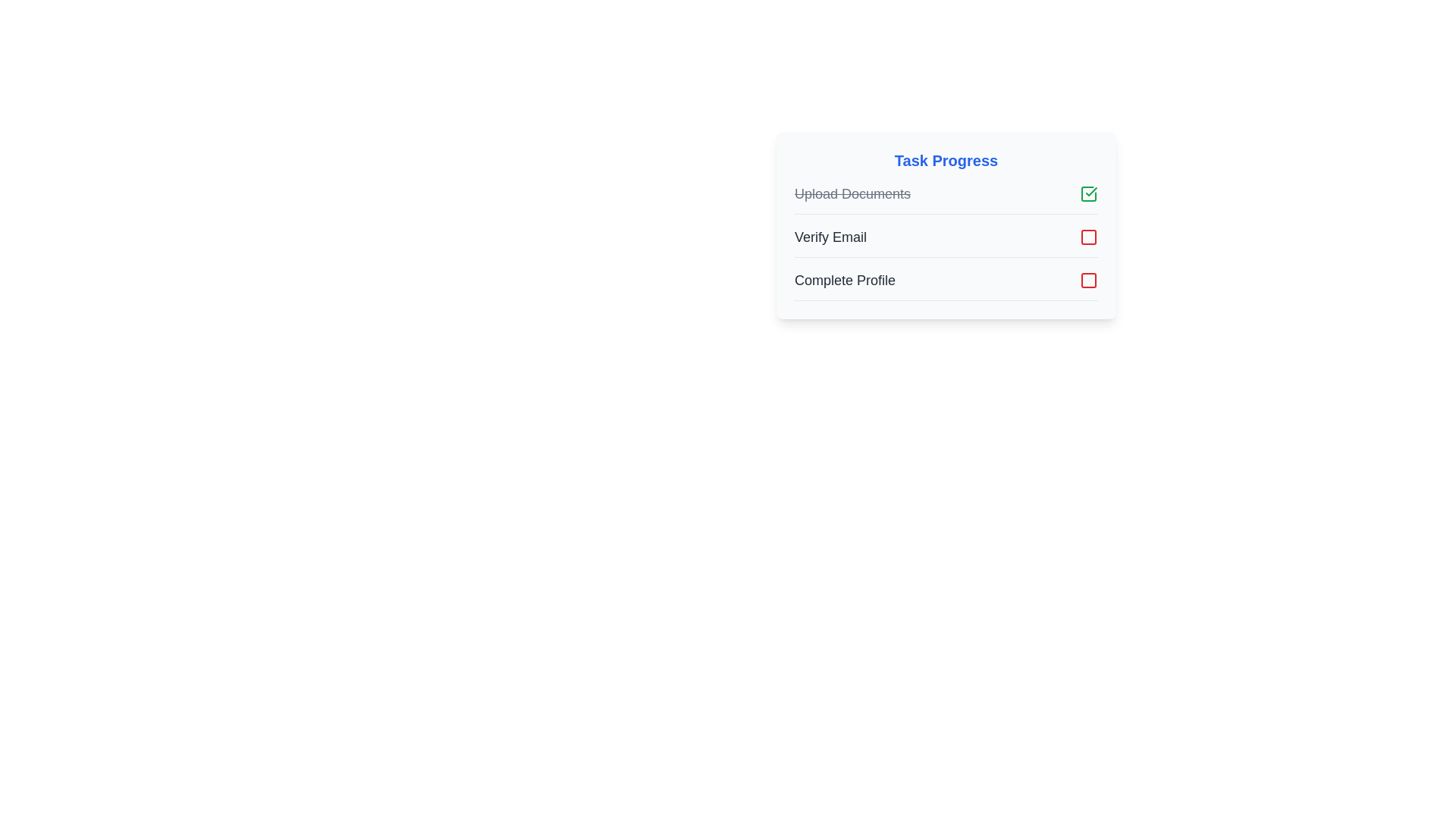 Image resolution: width=1456 pixels, height=819 pixels. I want to click on the red outlined square icon button located to the right of the 'Complete Profile' text, so click(1087, 281).